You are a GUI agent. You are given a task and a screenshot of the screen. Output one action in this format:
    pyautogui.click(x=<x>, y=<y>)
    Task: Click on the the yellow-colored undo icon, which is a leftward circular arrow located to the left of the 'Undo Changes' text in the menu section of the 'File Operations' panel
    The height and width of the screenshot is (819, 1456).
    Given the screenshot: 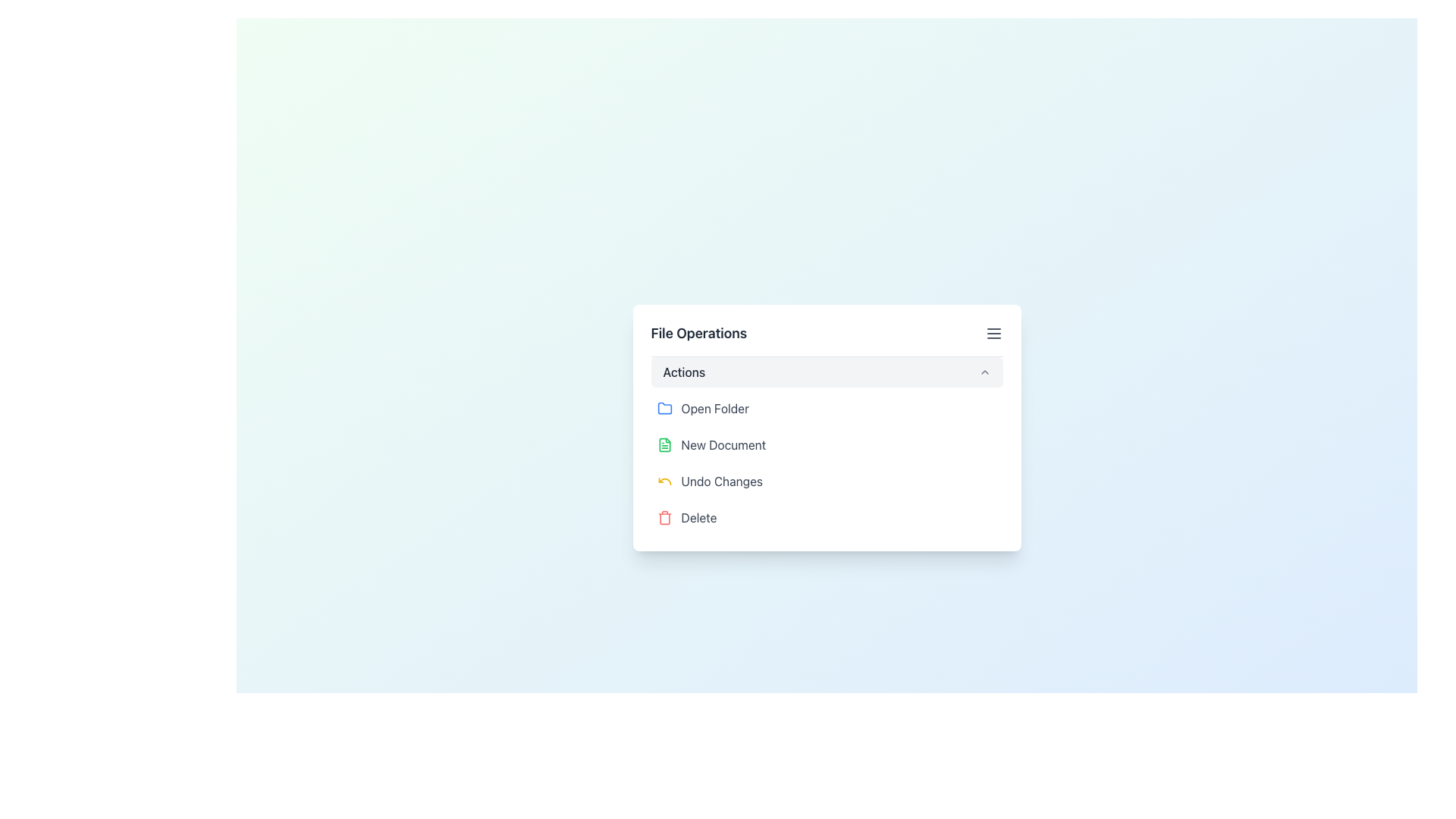 What is the action you would take?
    pyautogui.click(x=664, y=481)
    